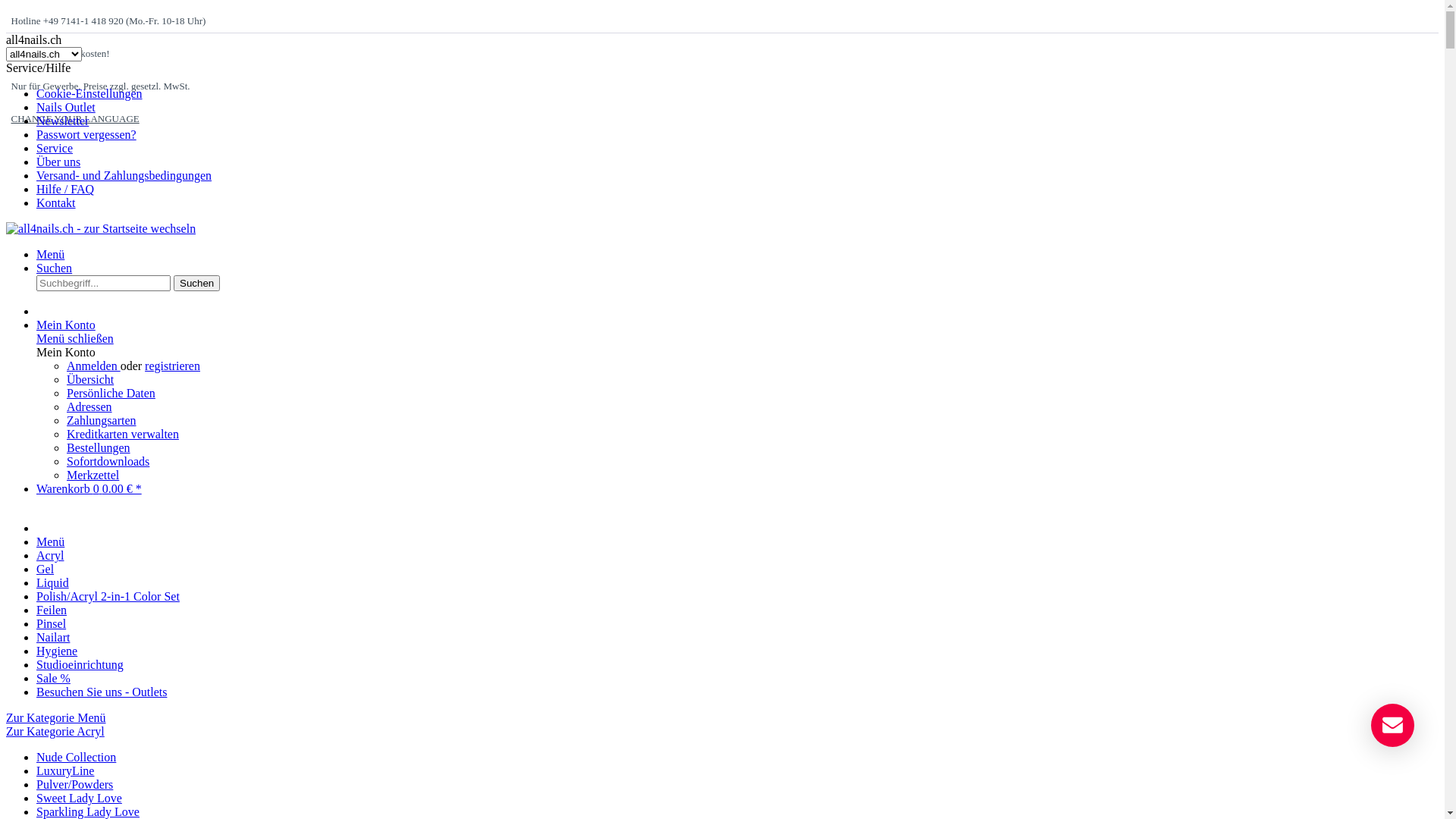  Describe the element at coordinates (50, 555) in the screenshot. I see `'Acryl'` at that location.